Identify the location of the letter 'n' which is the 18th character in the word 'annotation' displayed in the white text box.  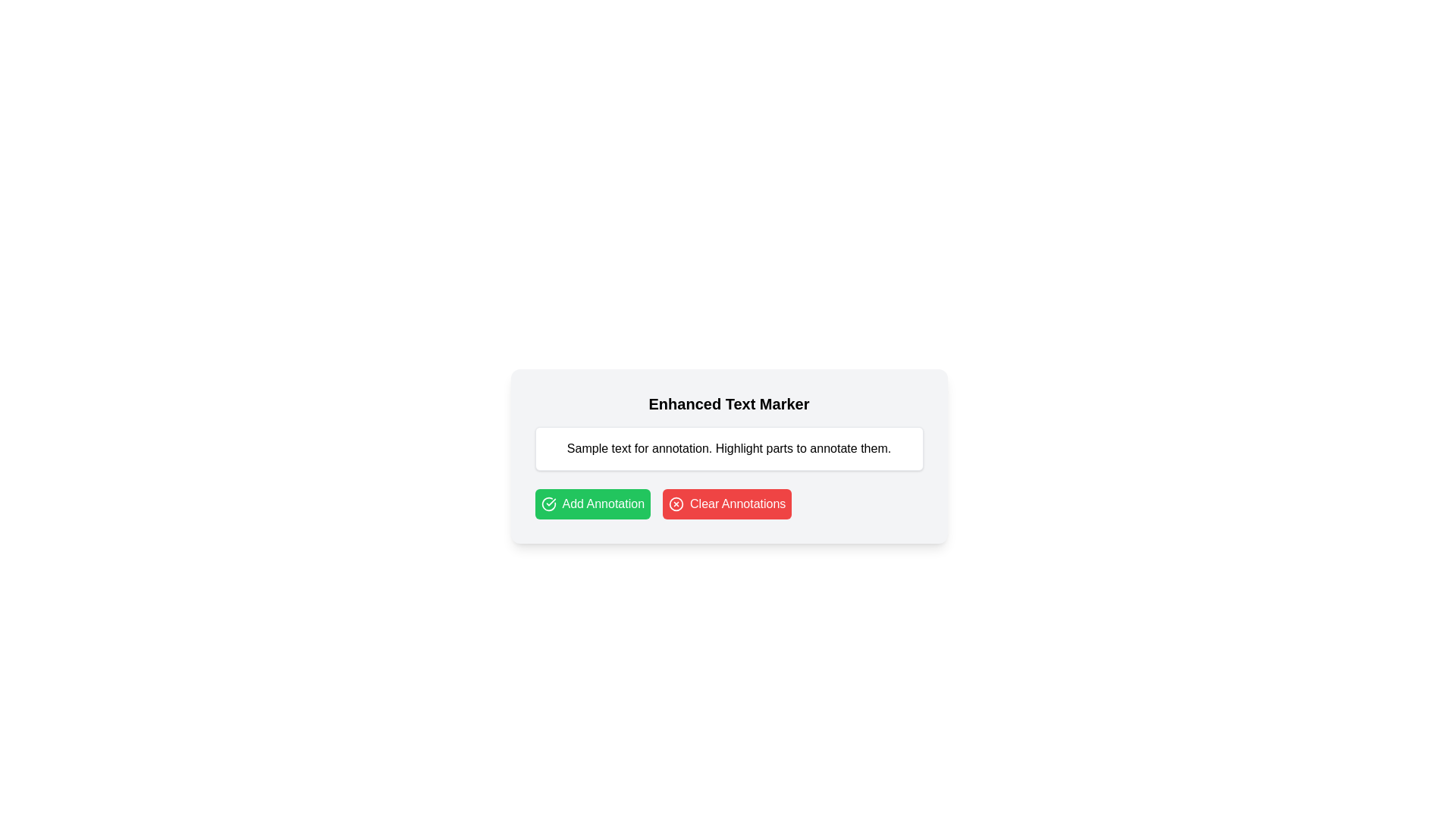
(662, 447).